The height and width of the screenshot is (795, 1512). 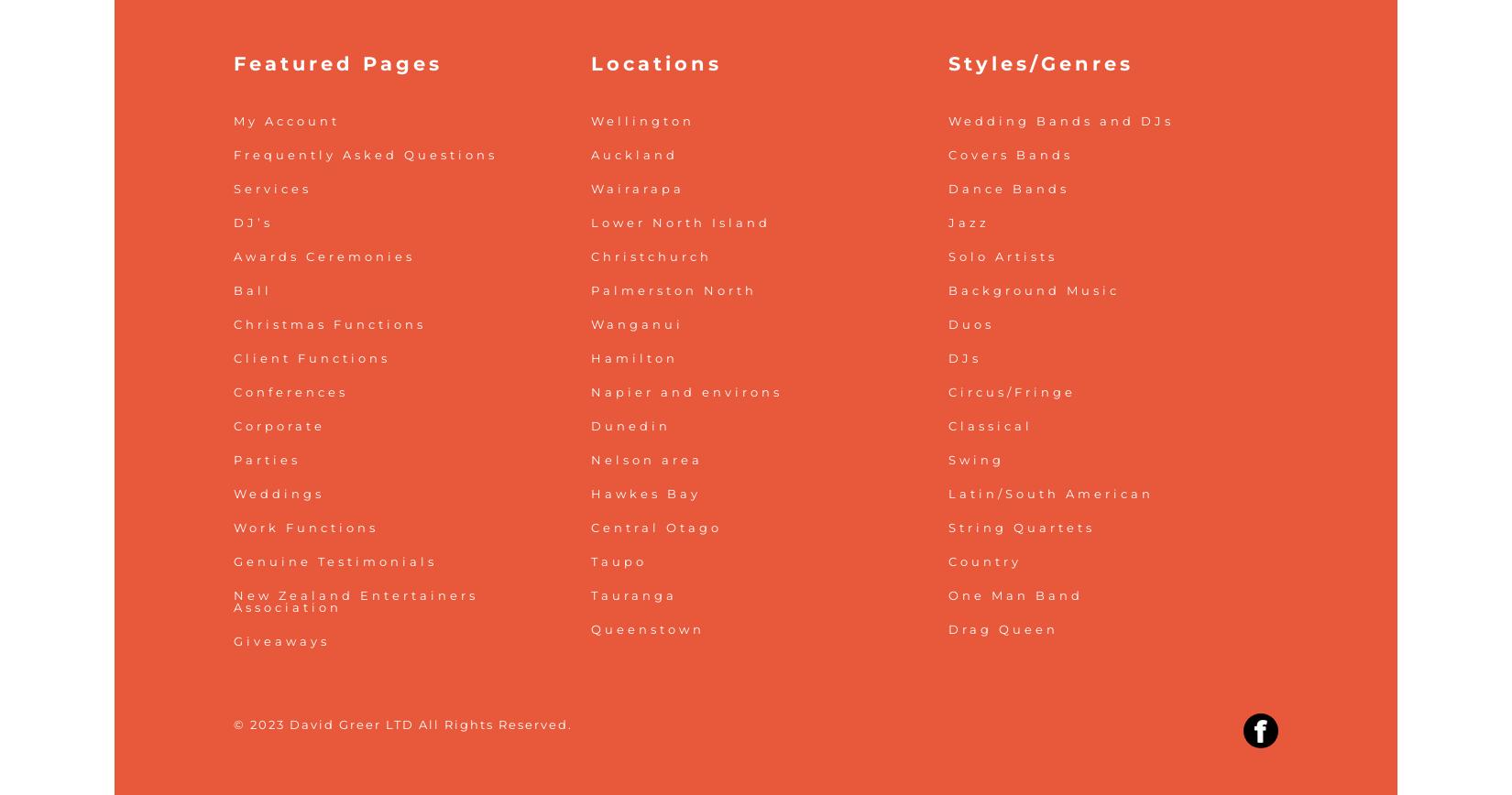 What do you see at coordinates (305, 526) in the screenshot?
I see `'Work Functions'` at bounding box center [305, 526].